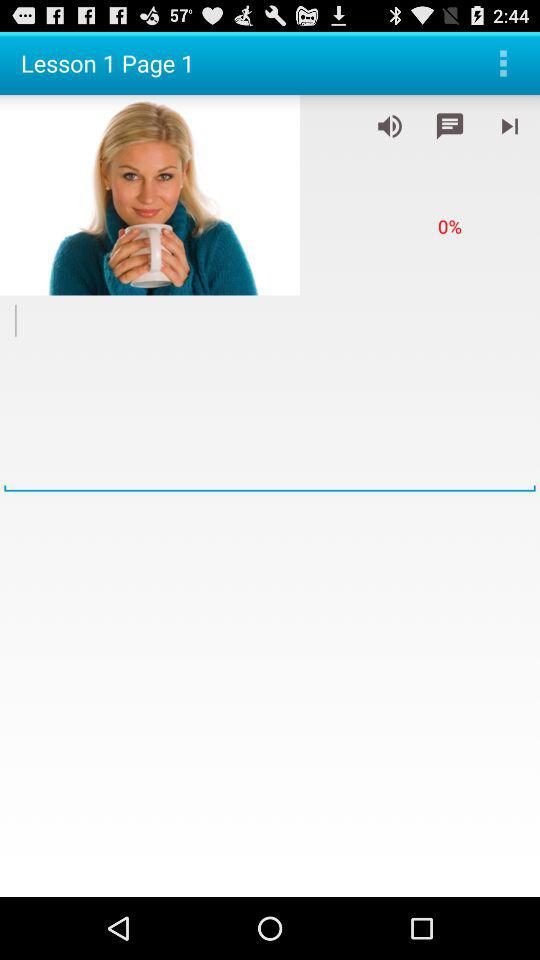 The width and height of the screenshot is (540, 960). What do you see at coordinates (389, 125) in the screenshot?
I see `control the volume` at bounding box center [389, 125].